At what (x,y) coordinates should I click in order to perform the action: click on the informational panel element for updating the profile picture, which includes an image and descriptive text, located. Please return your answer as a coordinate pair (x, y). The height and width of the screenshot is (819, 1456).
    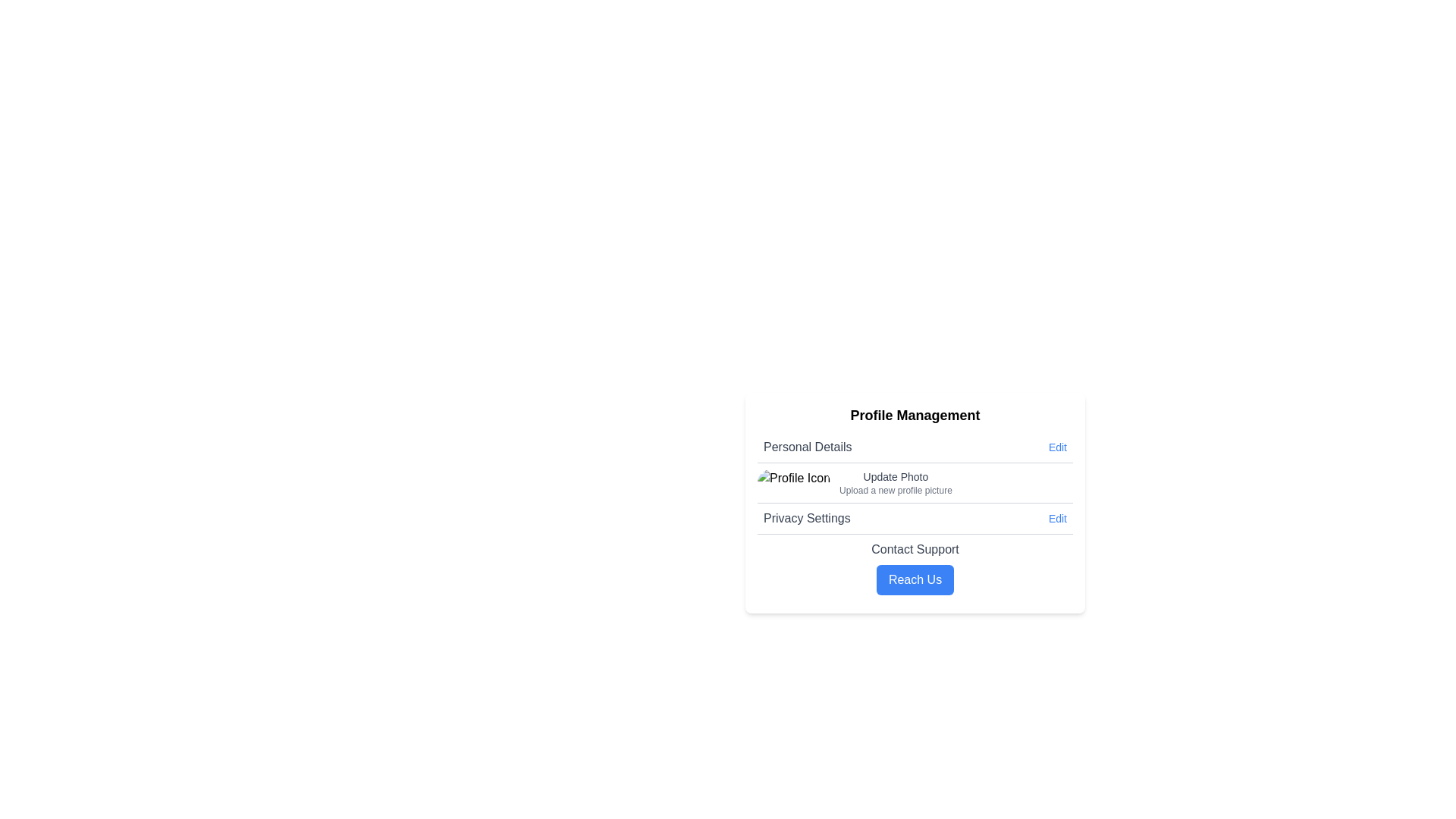
    Looking at the image, I should click on (914, 483).